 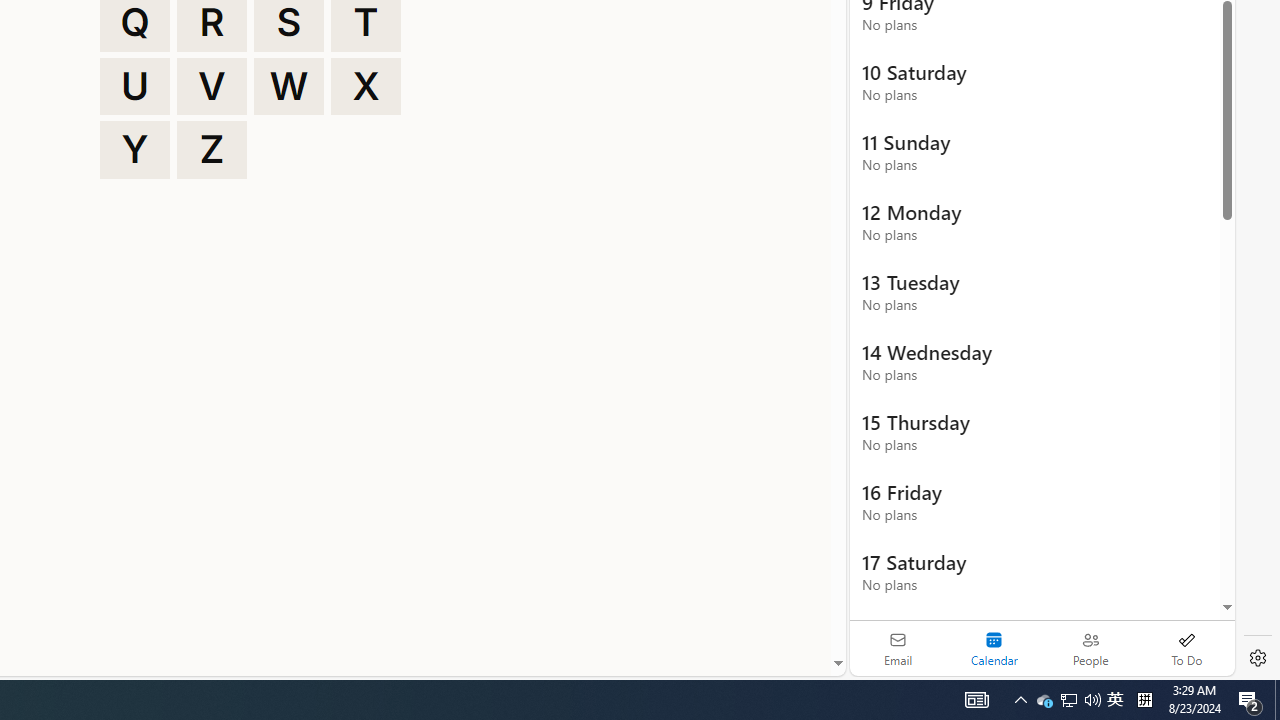 What do you see at coordinates (897, 648) in the screenshot?
I see `'Email'` at bounding box center [897, 648].